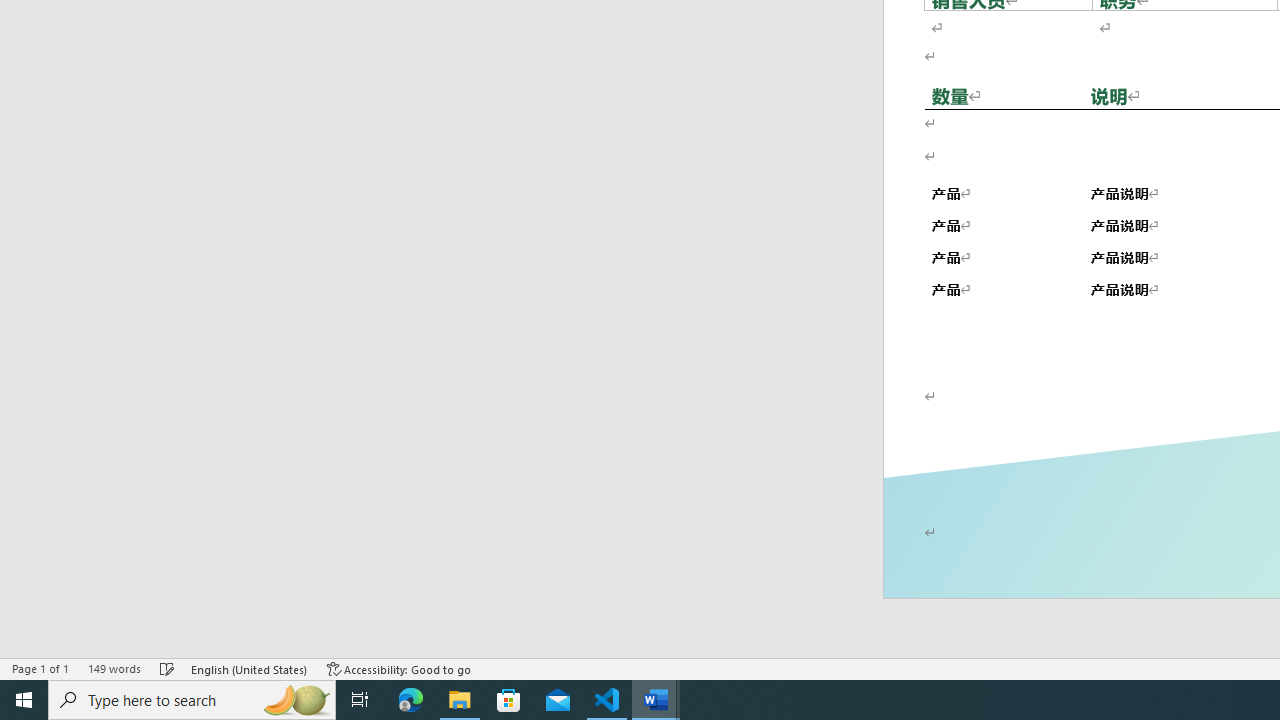 The image size is (1280, 720). What do you see at coordinates (168, 669) in the screenshot?
I see `'Spelling and Grammar Check Checking'` at bounding box center [168, 669].